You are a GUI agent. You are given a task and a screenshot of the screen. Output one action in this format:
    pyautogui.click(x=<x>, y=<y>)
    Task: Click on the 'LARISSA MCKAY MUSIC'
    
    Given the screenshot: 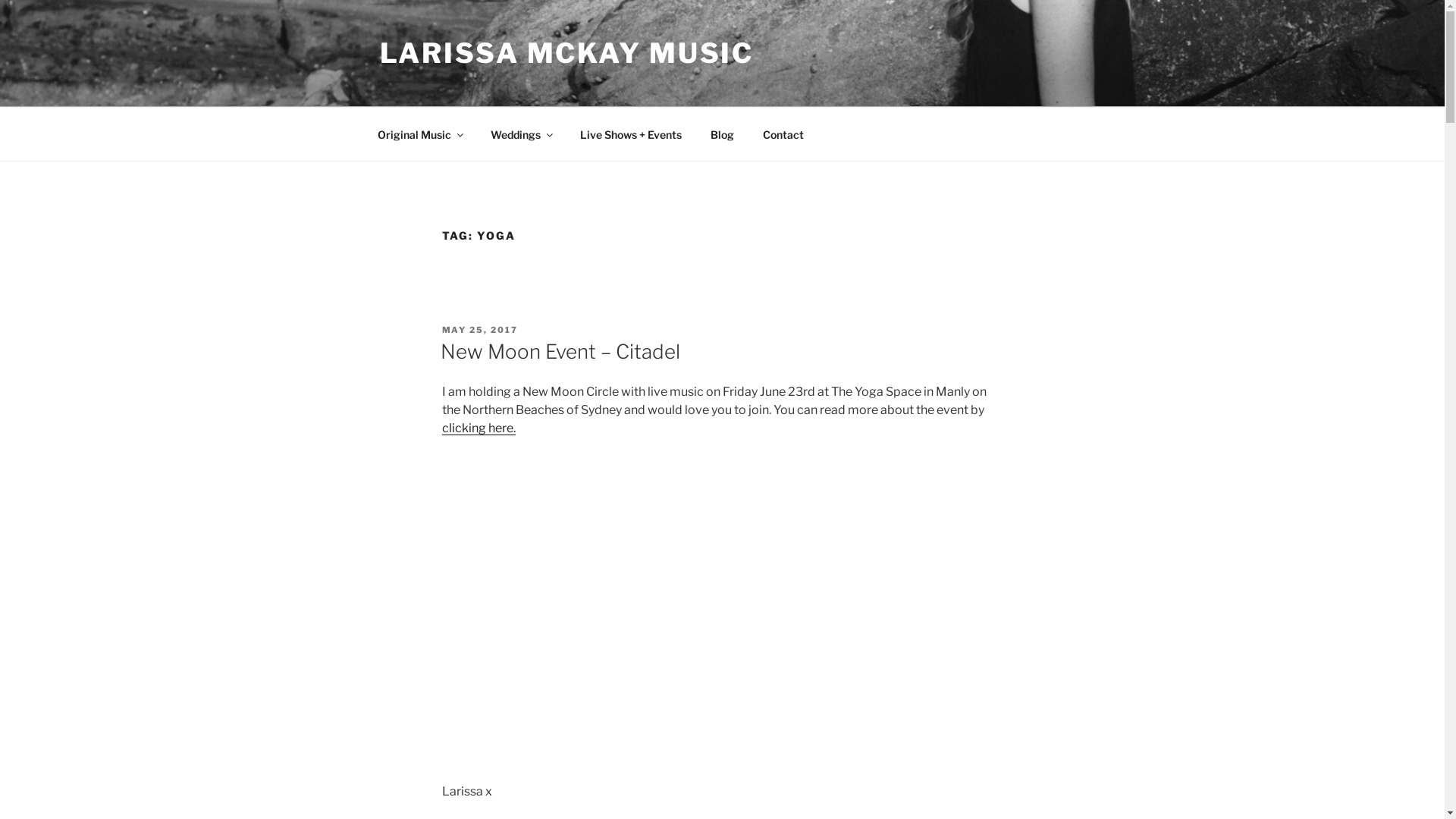 What is the action you would take?
    pyautogui.click(x=566, y=52)
    